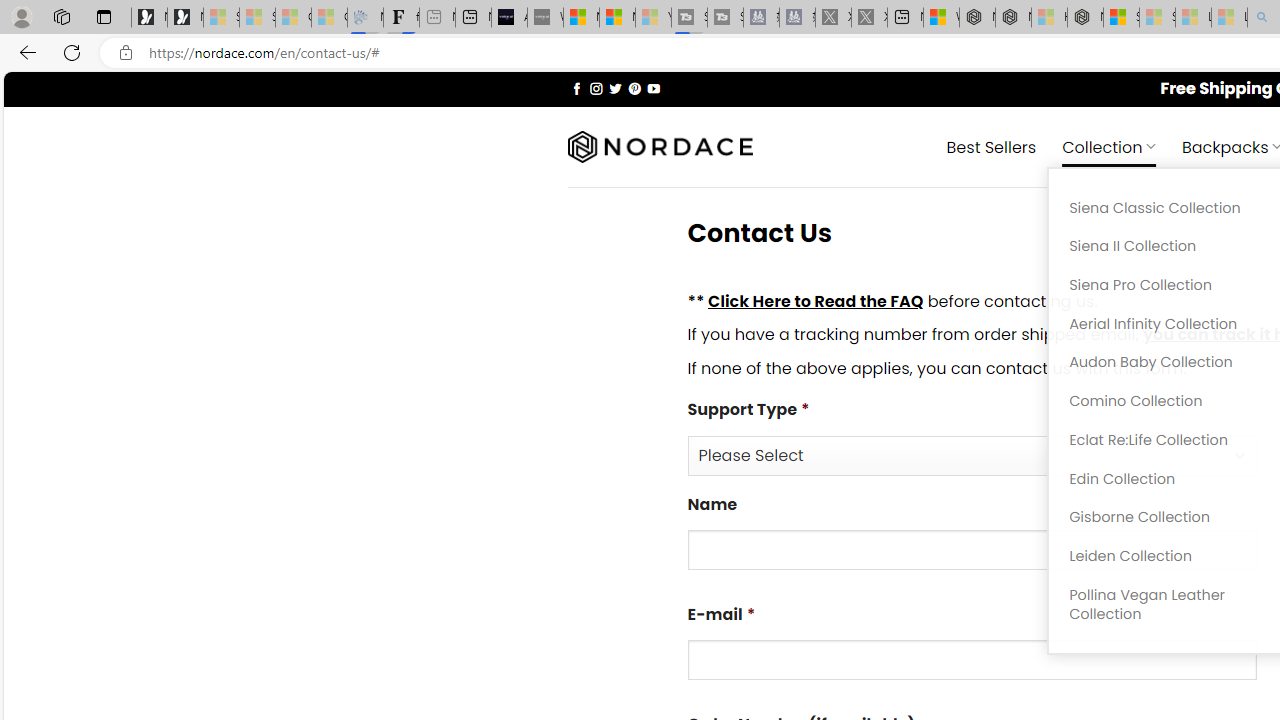  Describe the element at coordinates (991, 145) in the screenshot. I see `' Best Sellers'` at that location.